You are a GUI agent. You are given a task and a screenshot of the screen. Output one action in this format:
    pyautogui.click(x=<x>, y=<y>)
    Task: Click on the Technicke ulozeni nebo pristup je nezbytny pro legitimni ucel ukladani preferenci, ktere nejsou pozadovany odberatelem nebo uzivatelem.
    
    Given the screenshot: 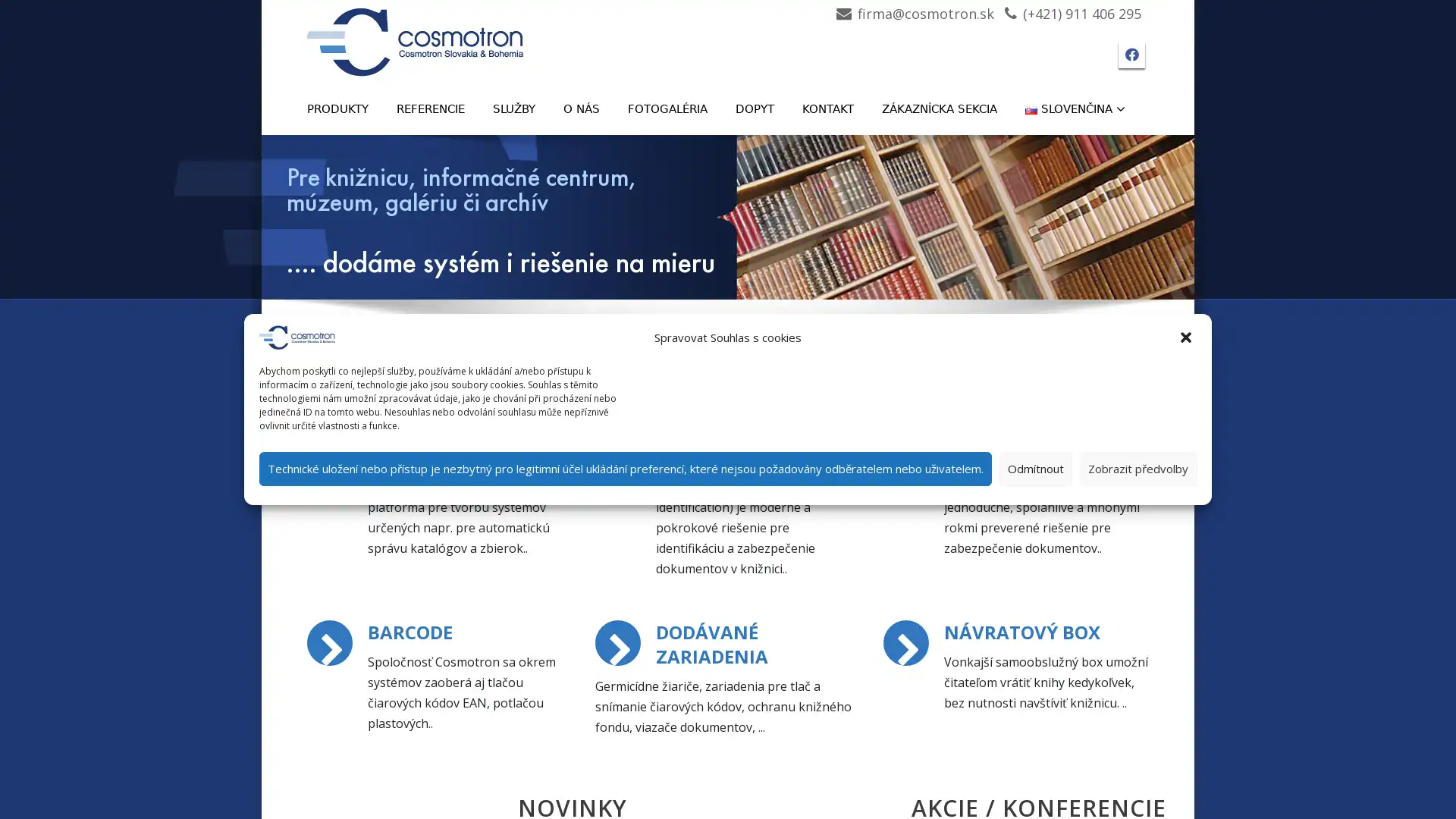 What is the action you would take?
    pyautogui.click(x=626, y=467)
    